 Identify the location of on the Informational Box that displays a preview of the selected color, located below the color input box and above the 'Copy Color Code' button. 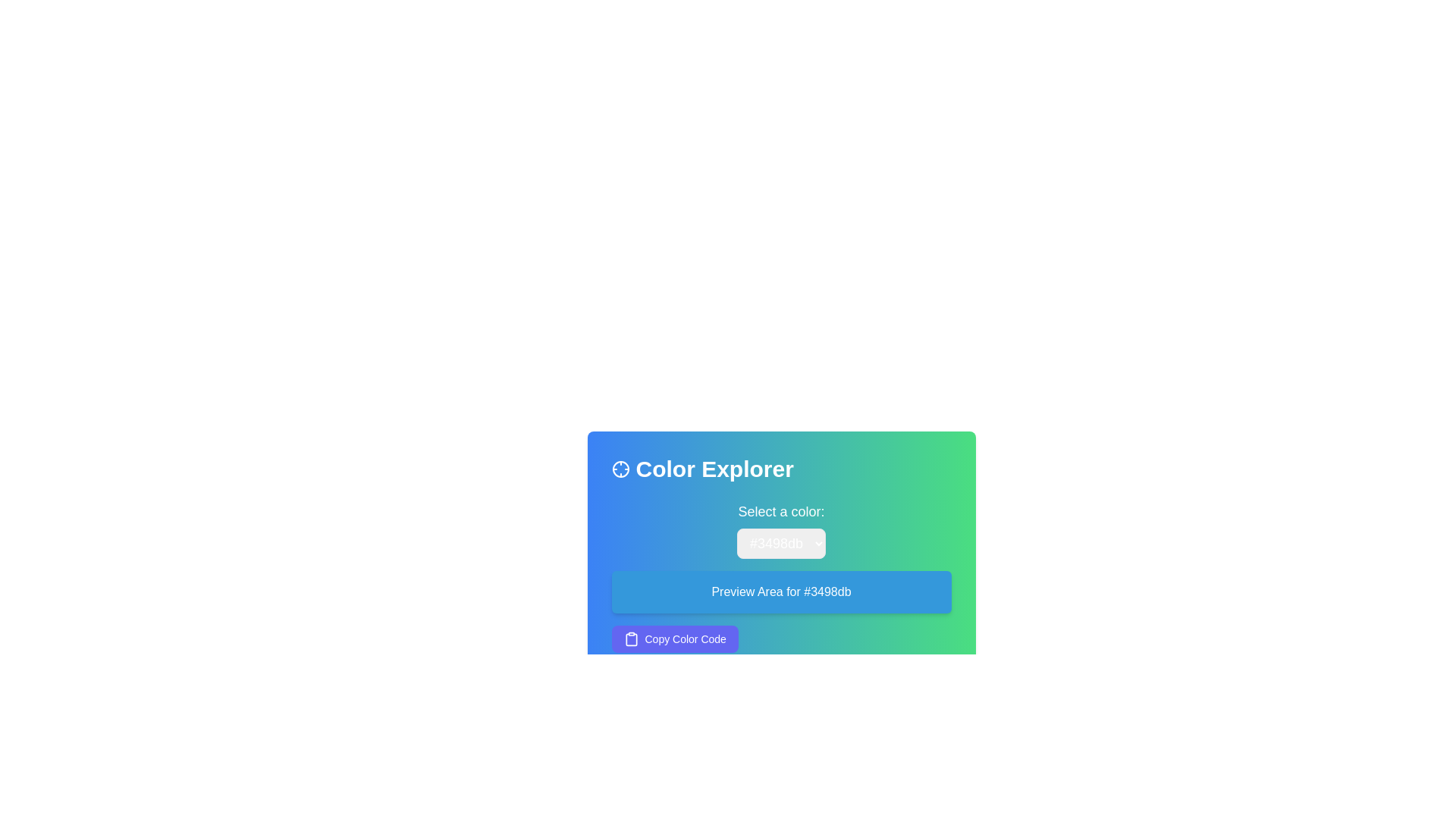
(781, 576).